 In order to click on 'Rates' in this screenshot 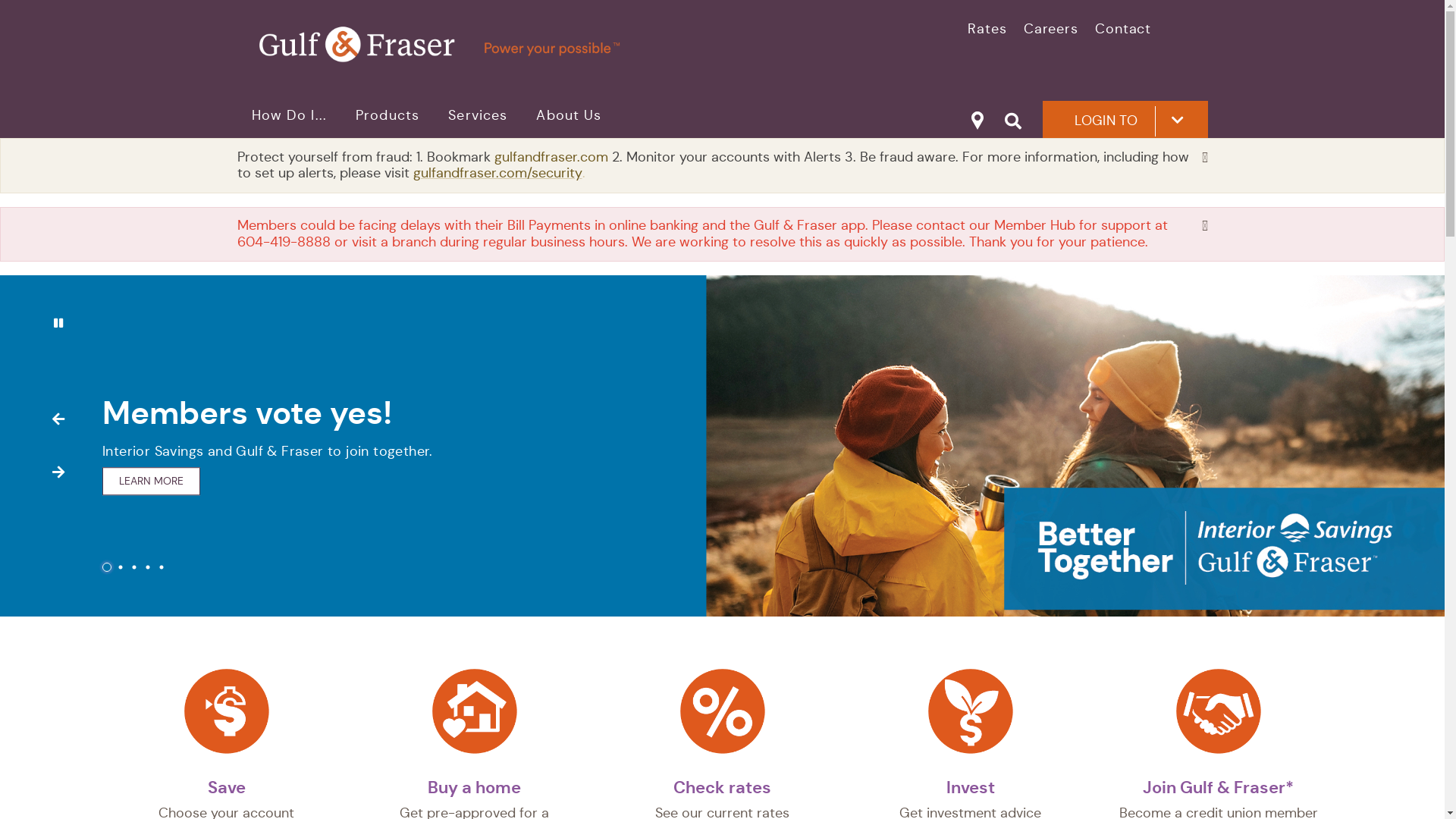, I will do `click(987, 29)`.